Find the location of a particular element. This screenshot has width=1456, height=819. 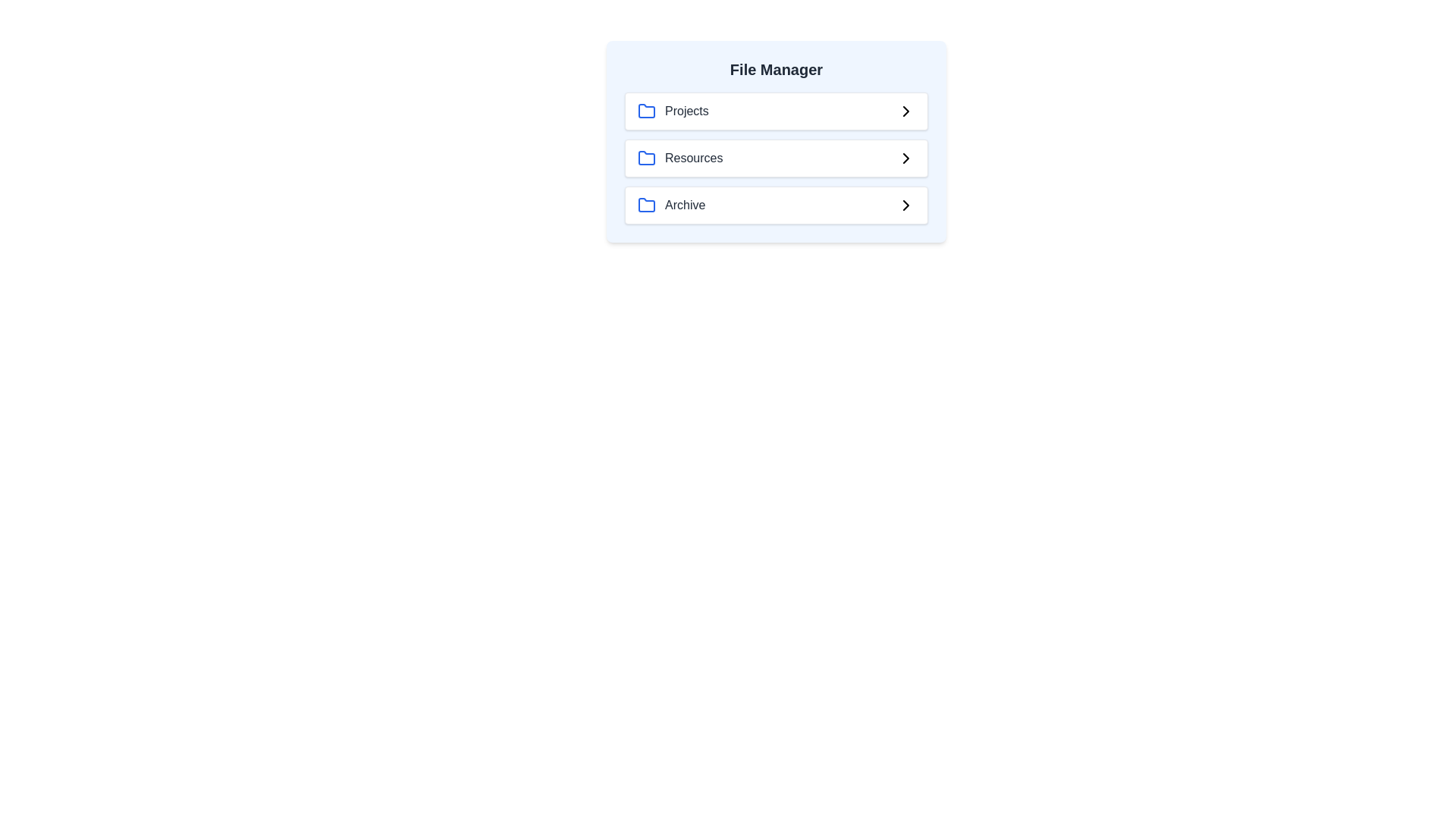

the second section of the vertical list titled 'Resources' within the 'File Manager' is located at coordinates (776, 158).